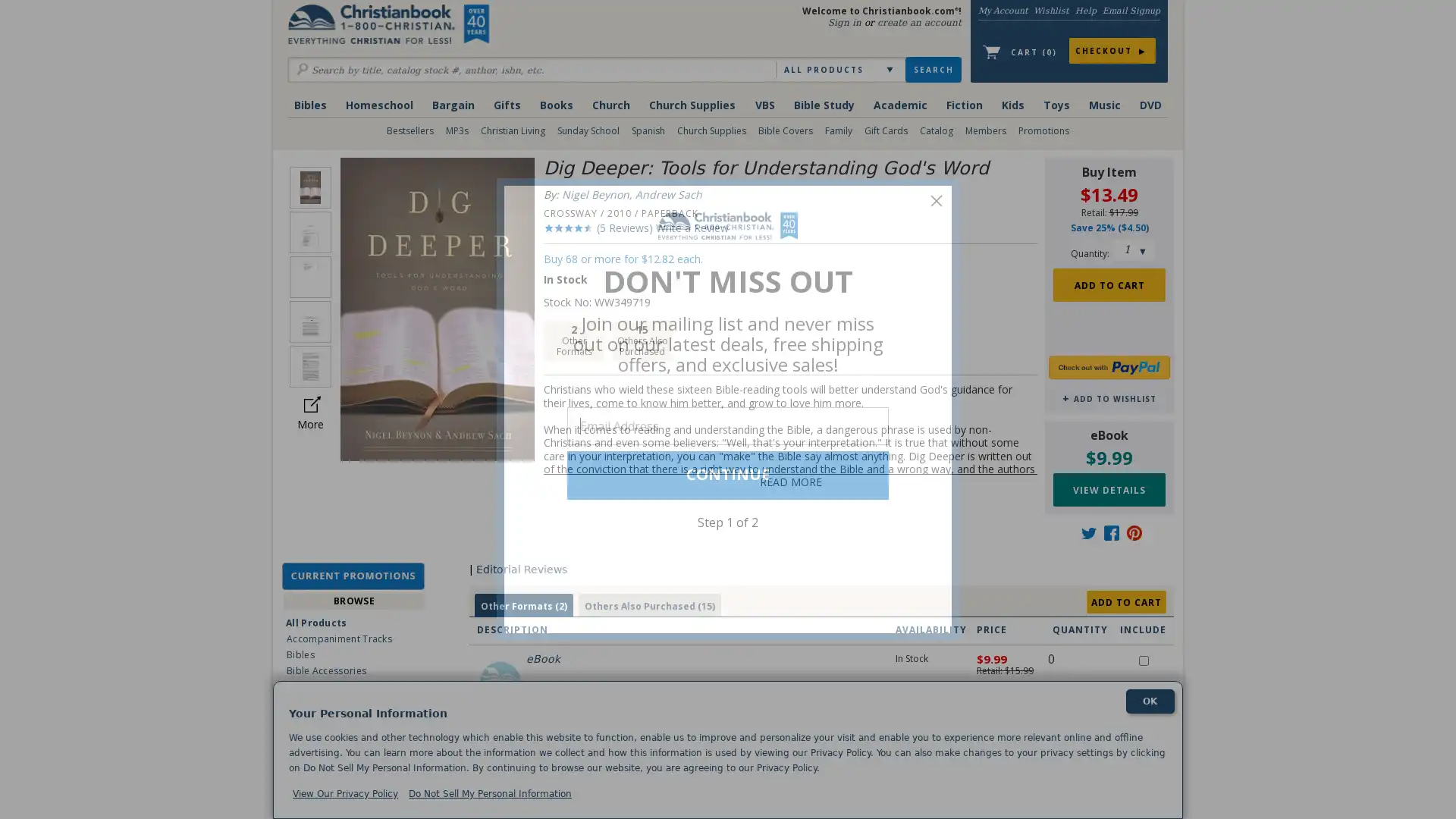 This screenshot has width=1456, height=819. What do you see at coordinates (309, 403) in the screenshot?
I see `Additional Views` at bounding box center [309, 403].